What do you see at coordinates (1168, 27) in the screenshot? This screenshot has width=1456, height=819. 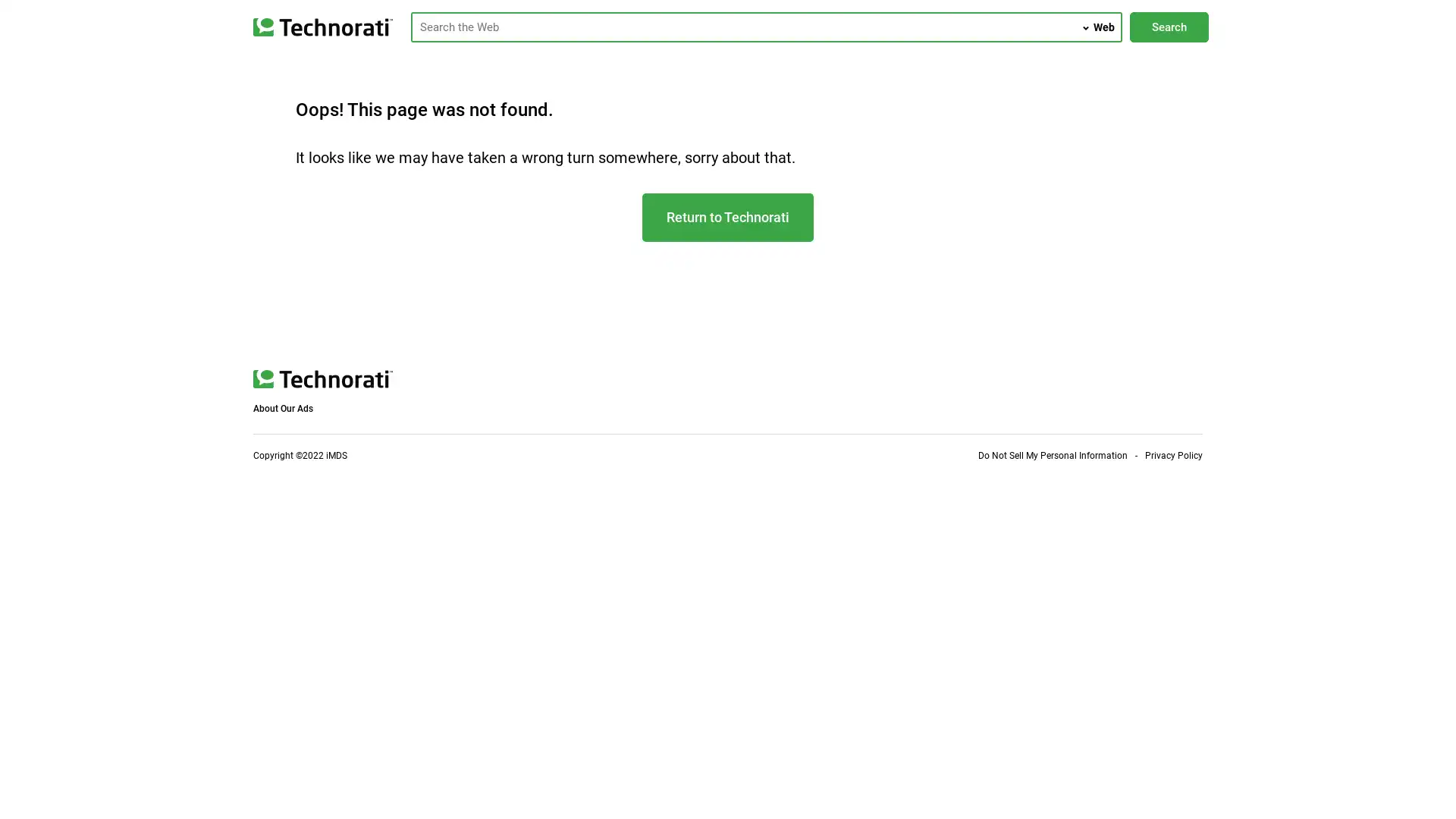 I see `Search` at bounding box center [1168, 27].